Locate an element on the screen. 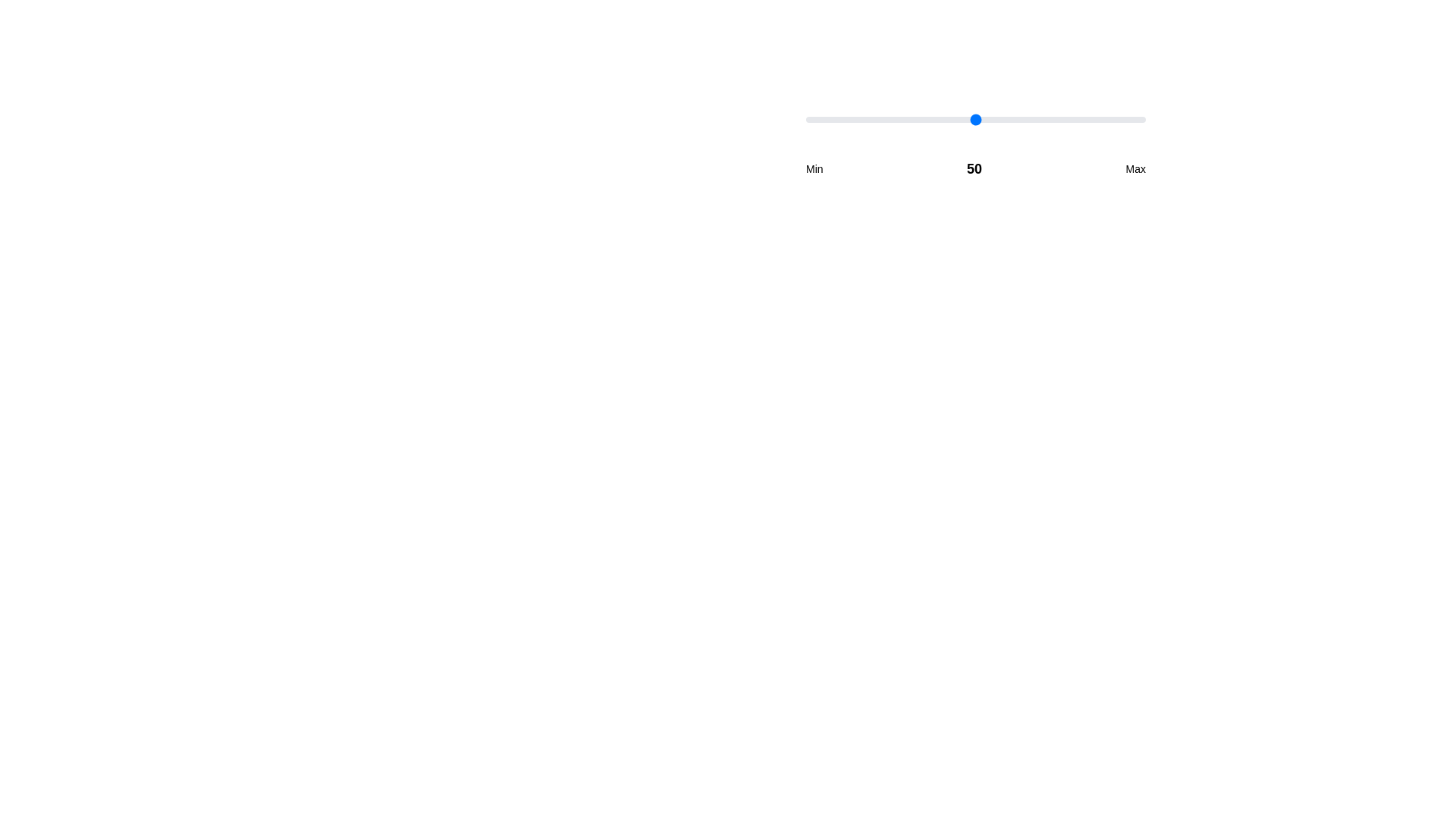 The height and width of the screenshot is (819, 1456). the slider is located at coordinates (996, 119).